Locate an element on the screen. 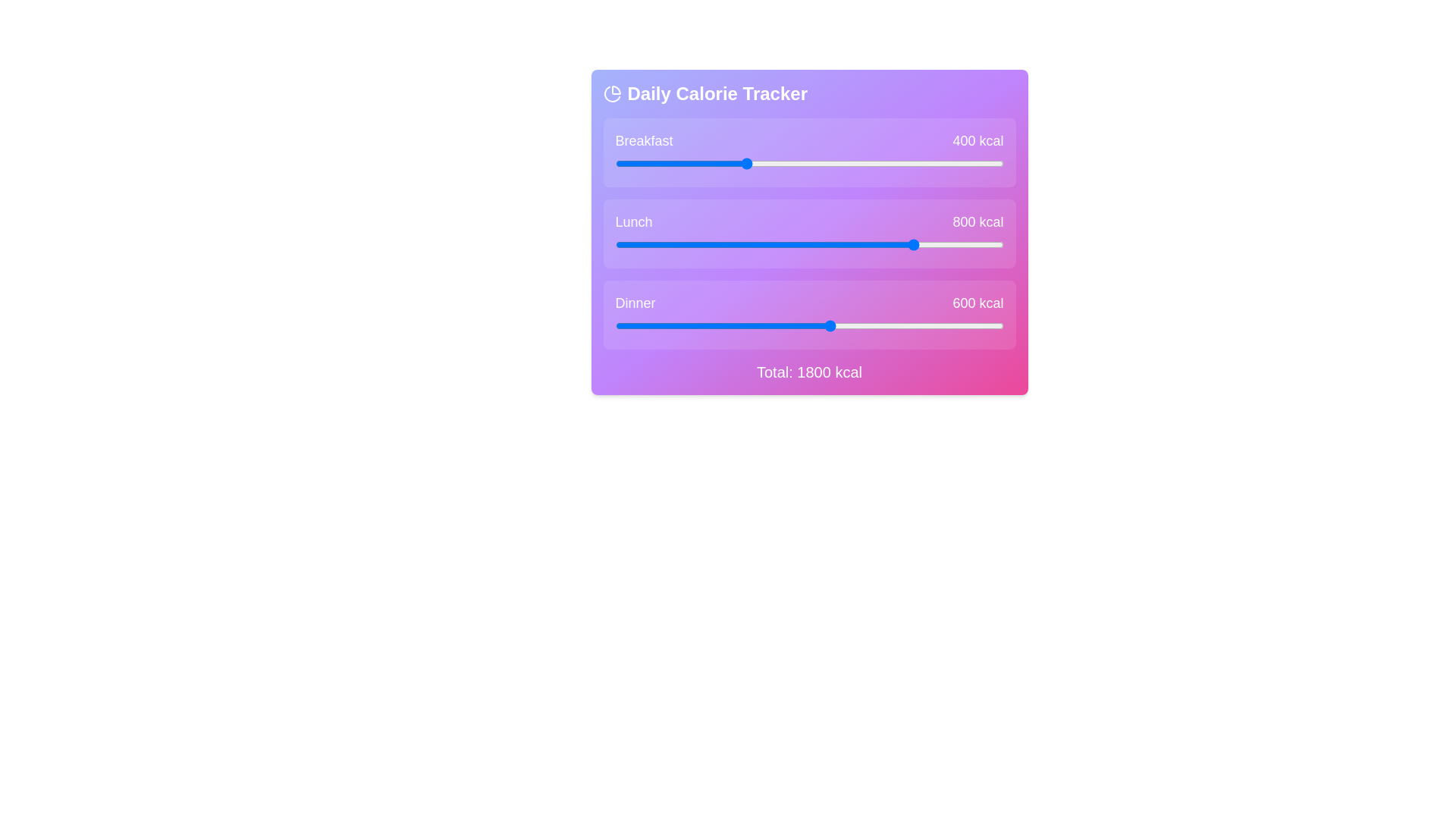  the Static Text Label displaying '800 kcal', which is positioned to the right of the 'Lunch' slider bar in the main interface area is located at coordinates (978, 222).